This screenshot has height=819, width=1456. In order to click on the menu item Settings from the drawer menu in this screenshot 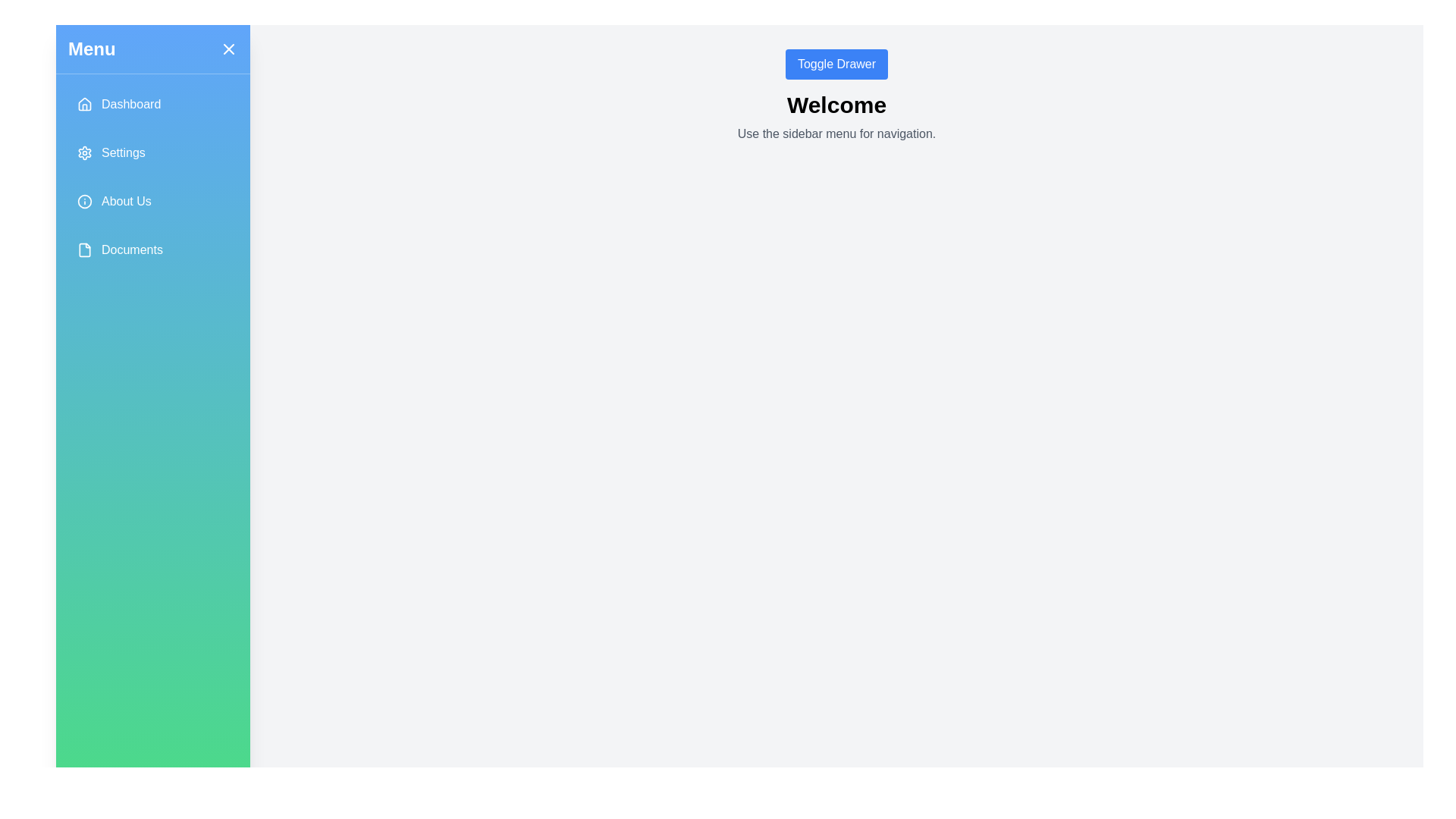, I will do `click(152, 152)`.